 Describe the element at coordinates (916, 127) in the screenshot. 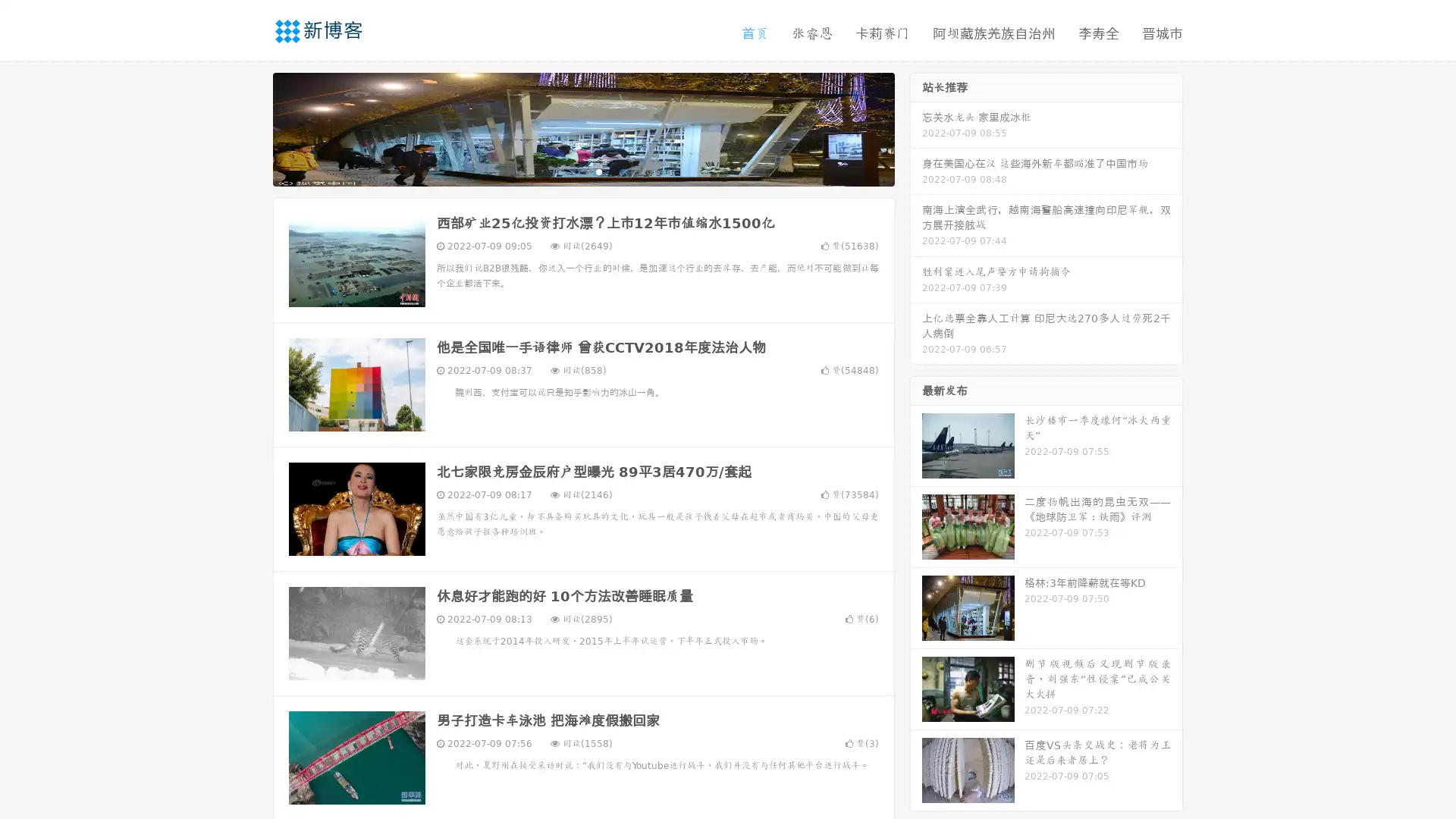

I see `Next slide` at that location.